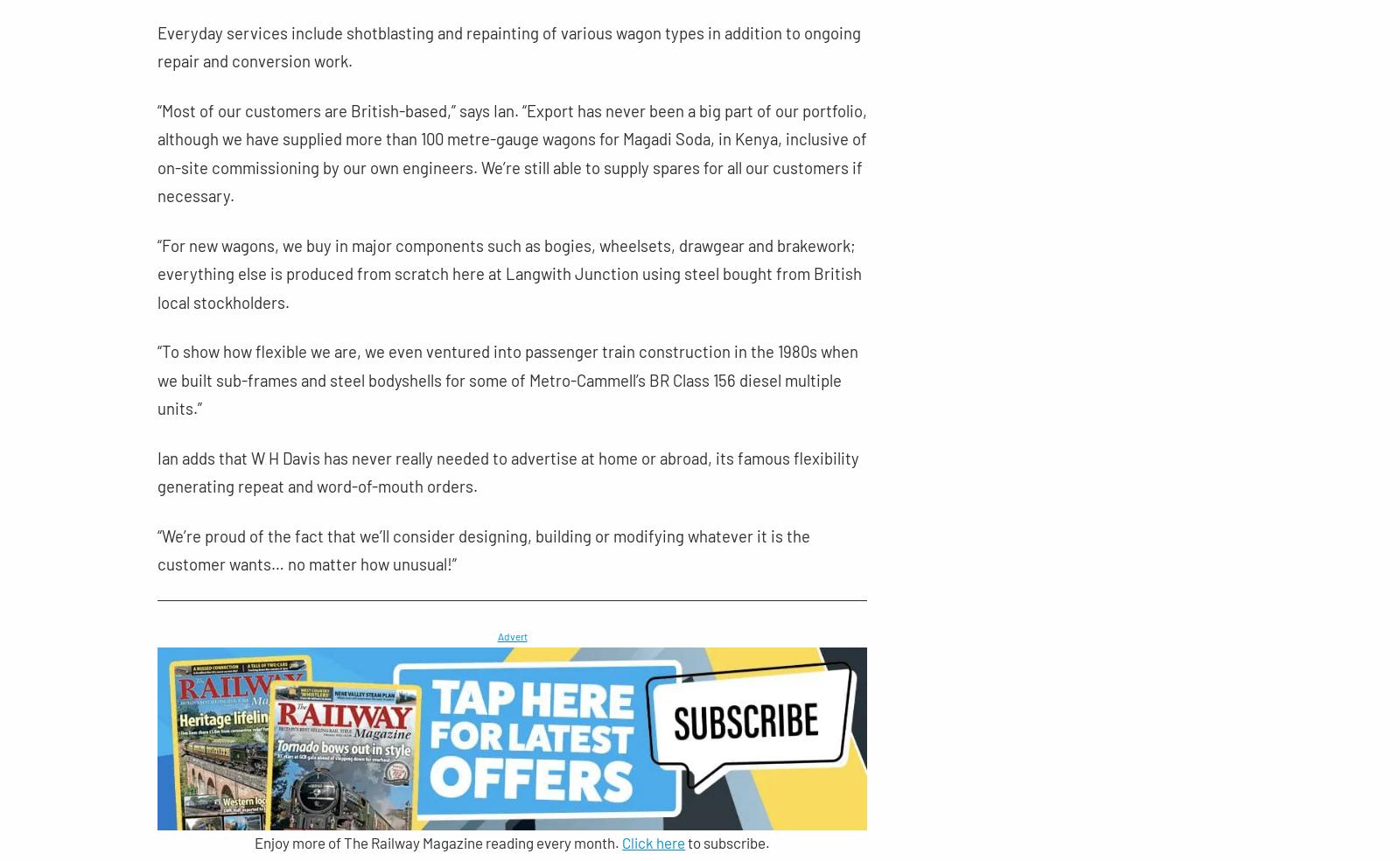 The width and height of the screenshot is (1400, 861). I want to click on '“To show how flexible we are, we even ventured into passenger train construction in the 1980s when we built sub-frames and steel bodyshells for some of Metro-Cammell’s BR Class 156 diesel multiple units.”', so click(507, 380).